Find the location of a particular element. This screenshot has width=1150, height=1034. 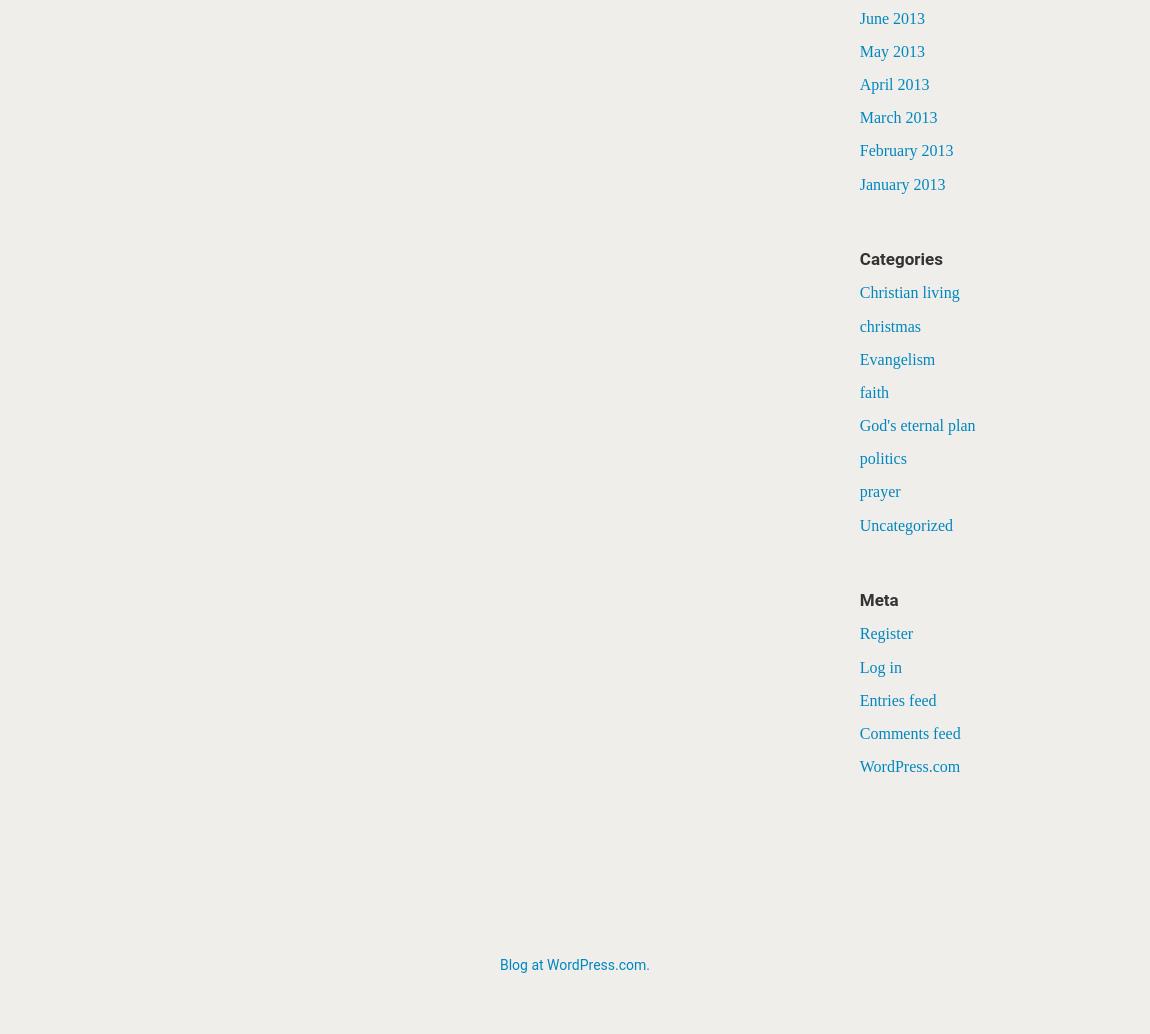

'June 2013' is located at coordinates (858, 17).